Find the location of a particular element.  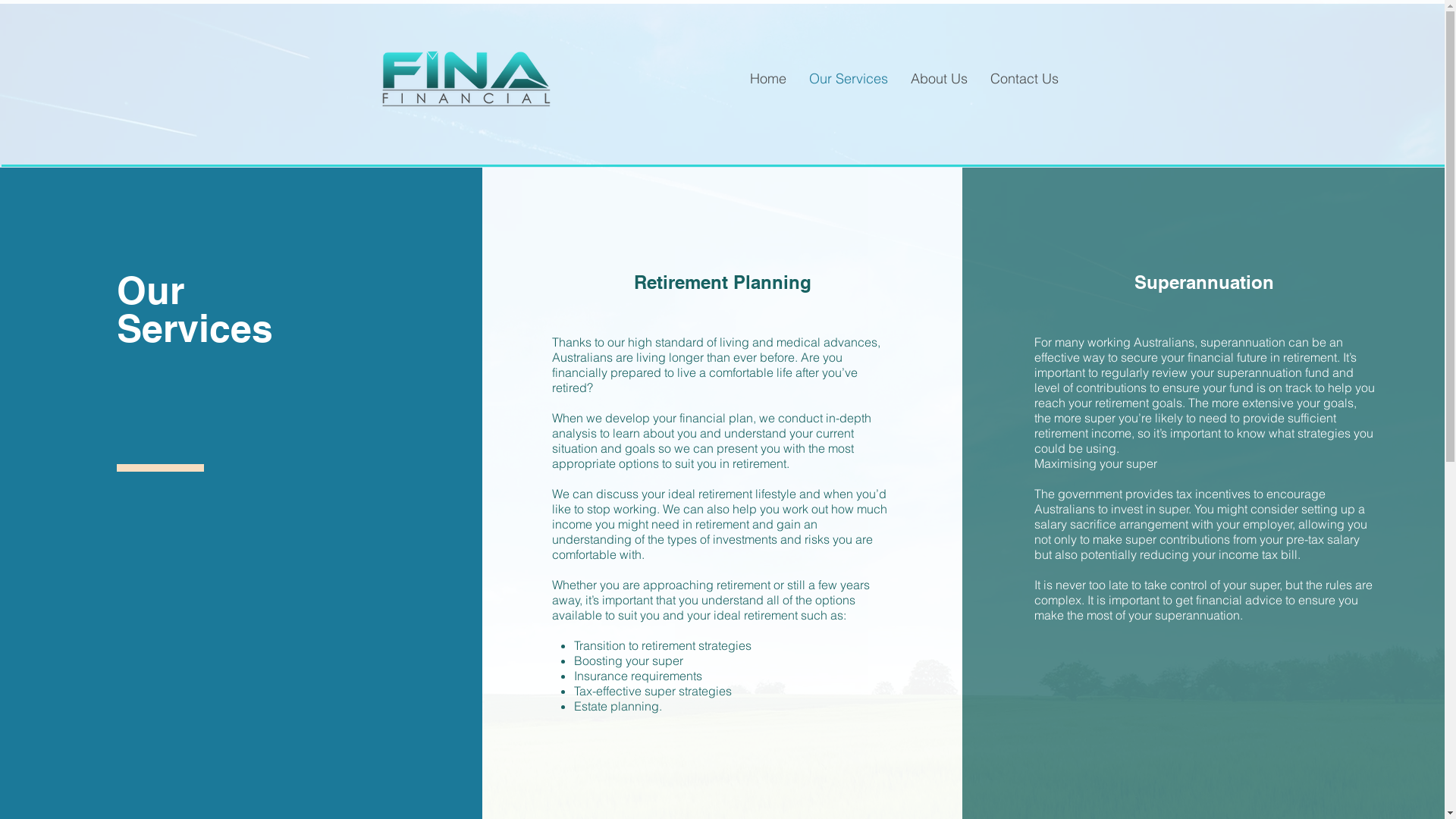

'Contact Us' is located at coordinates (1023, 79).